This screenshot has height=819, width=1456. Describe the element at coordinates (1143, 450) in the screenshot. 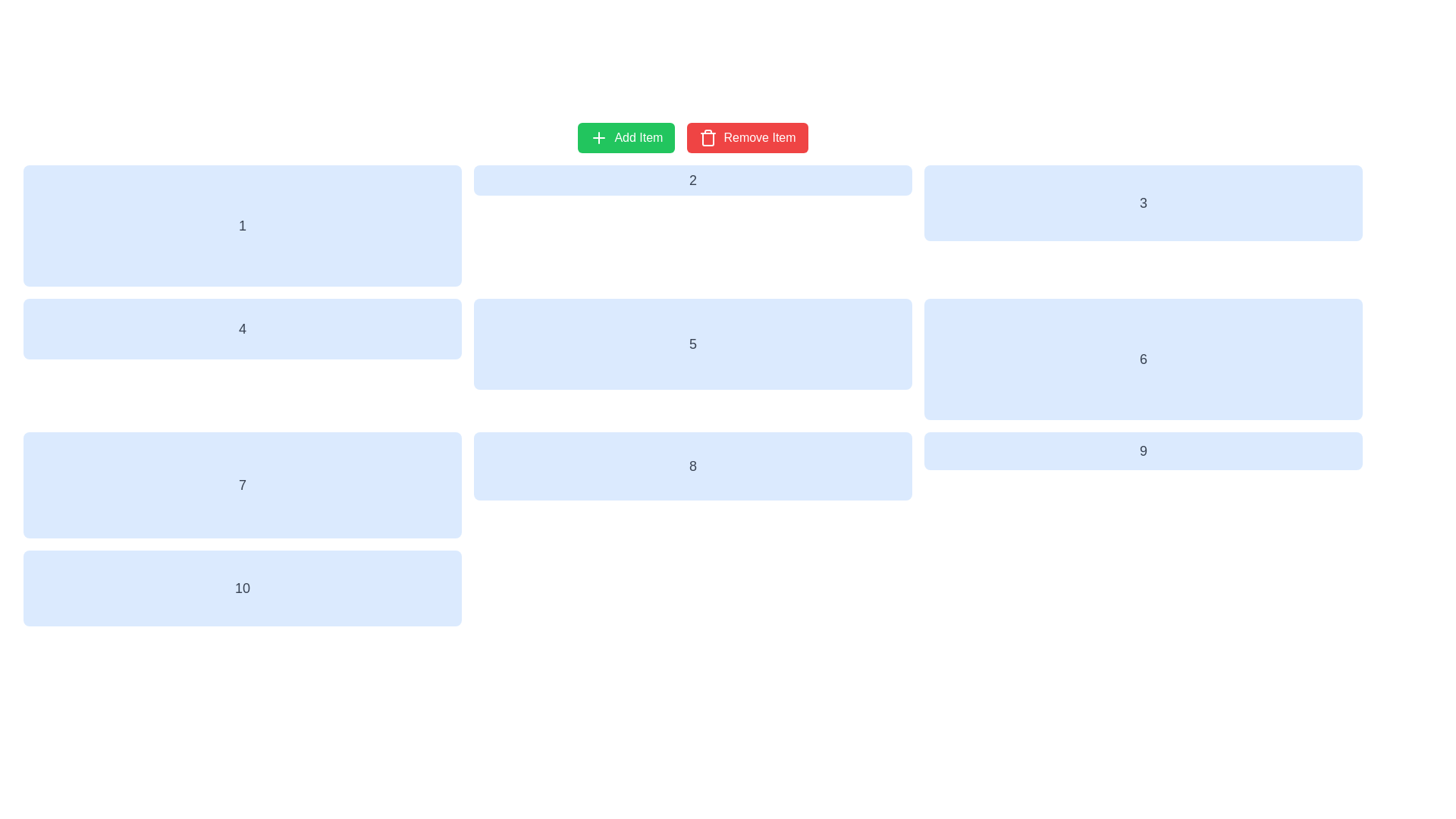

I see `the text label displaying the numeral '9', located in the blue rectangular block in the second row on the right side of the layout, directly below the block labeled '6'` at that location.